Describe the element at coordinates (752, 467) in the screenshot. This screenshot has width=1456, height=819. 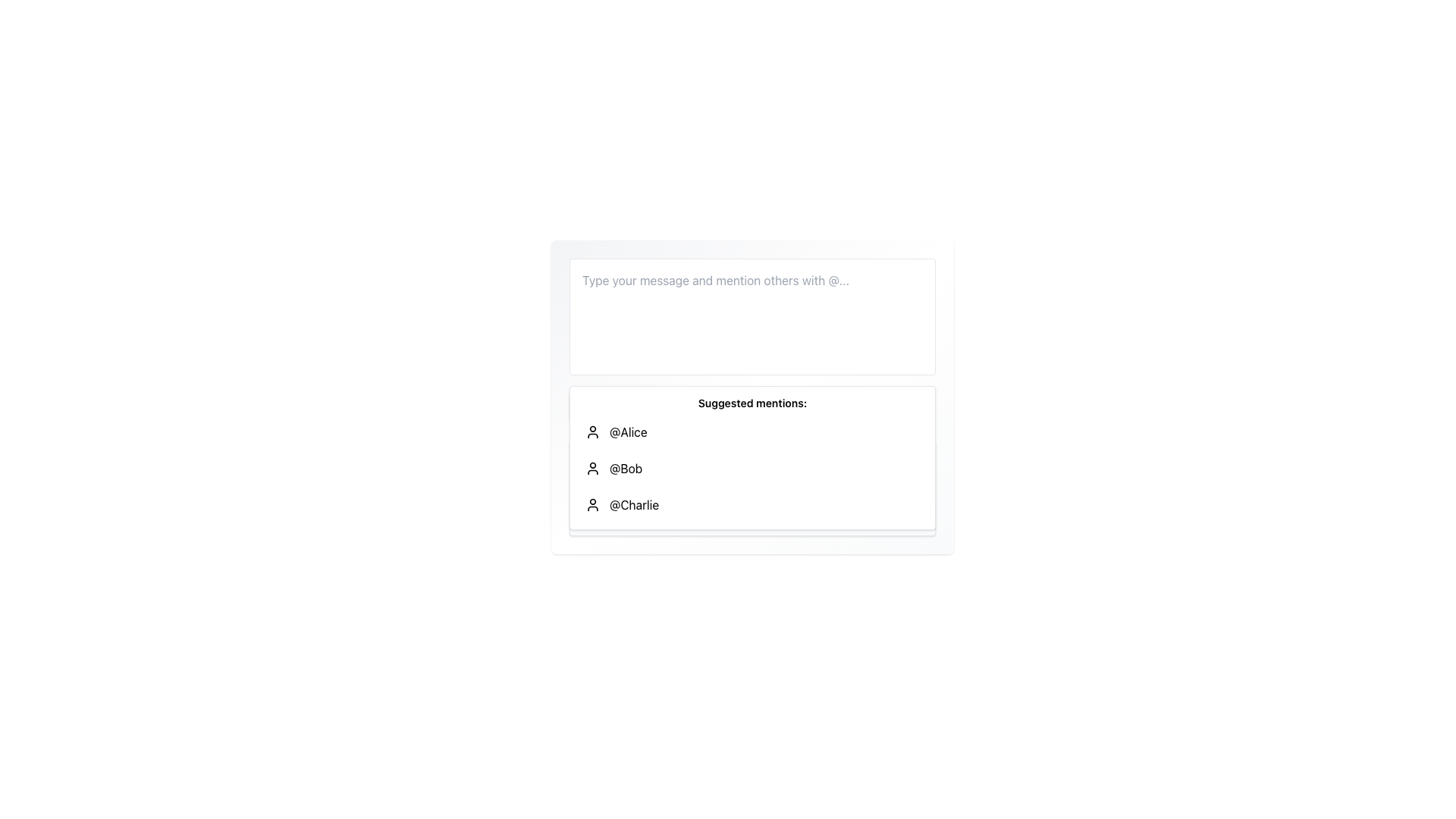
I see `the list item '@Bob'` at that location.